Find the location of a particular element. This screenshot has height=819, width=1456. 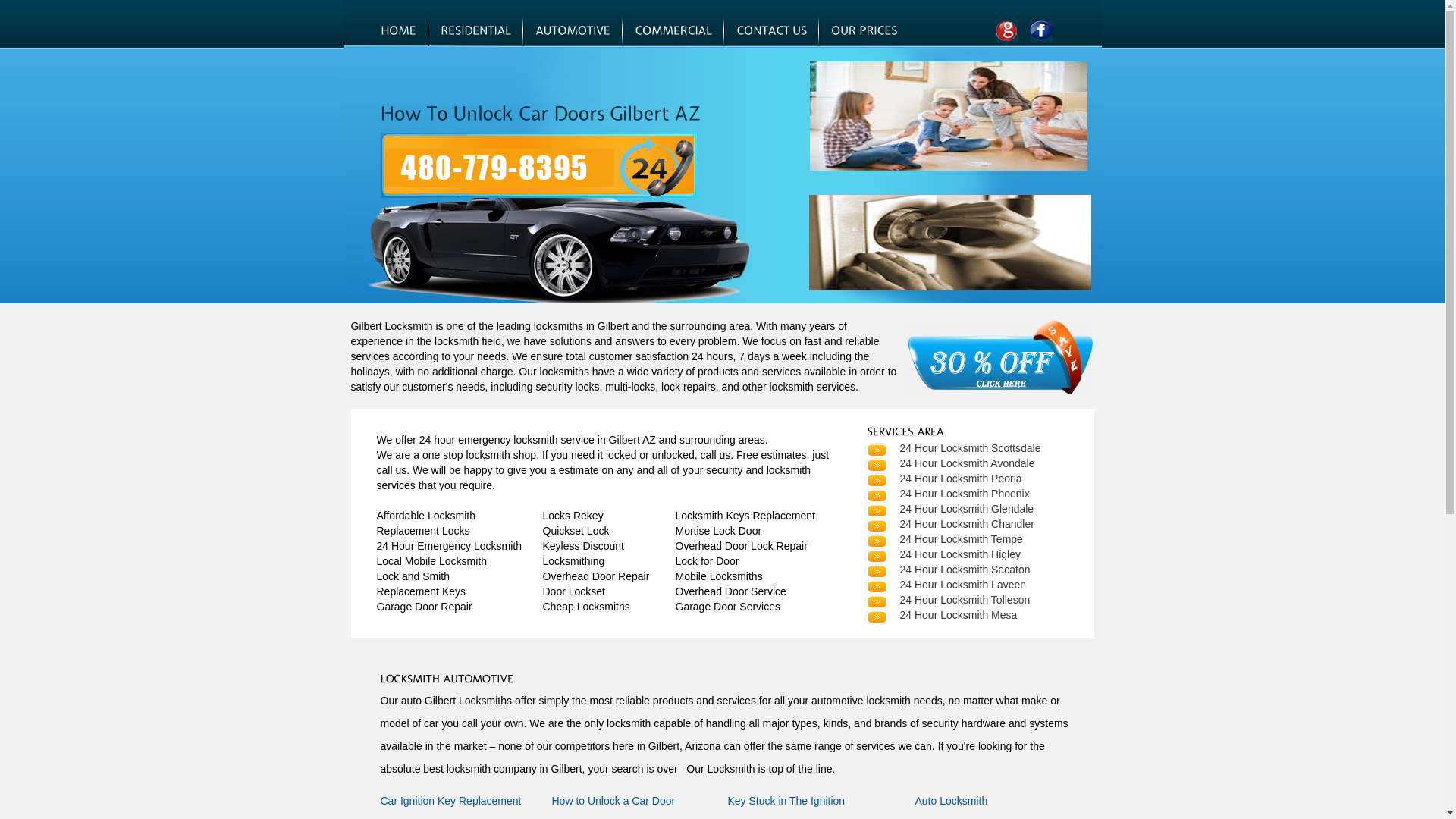

'Local Mobile Locksmith' is located at coordinates (431, 561).